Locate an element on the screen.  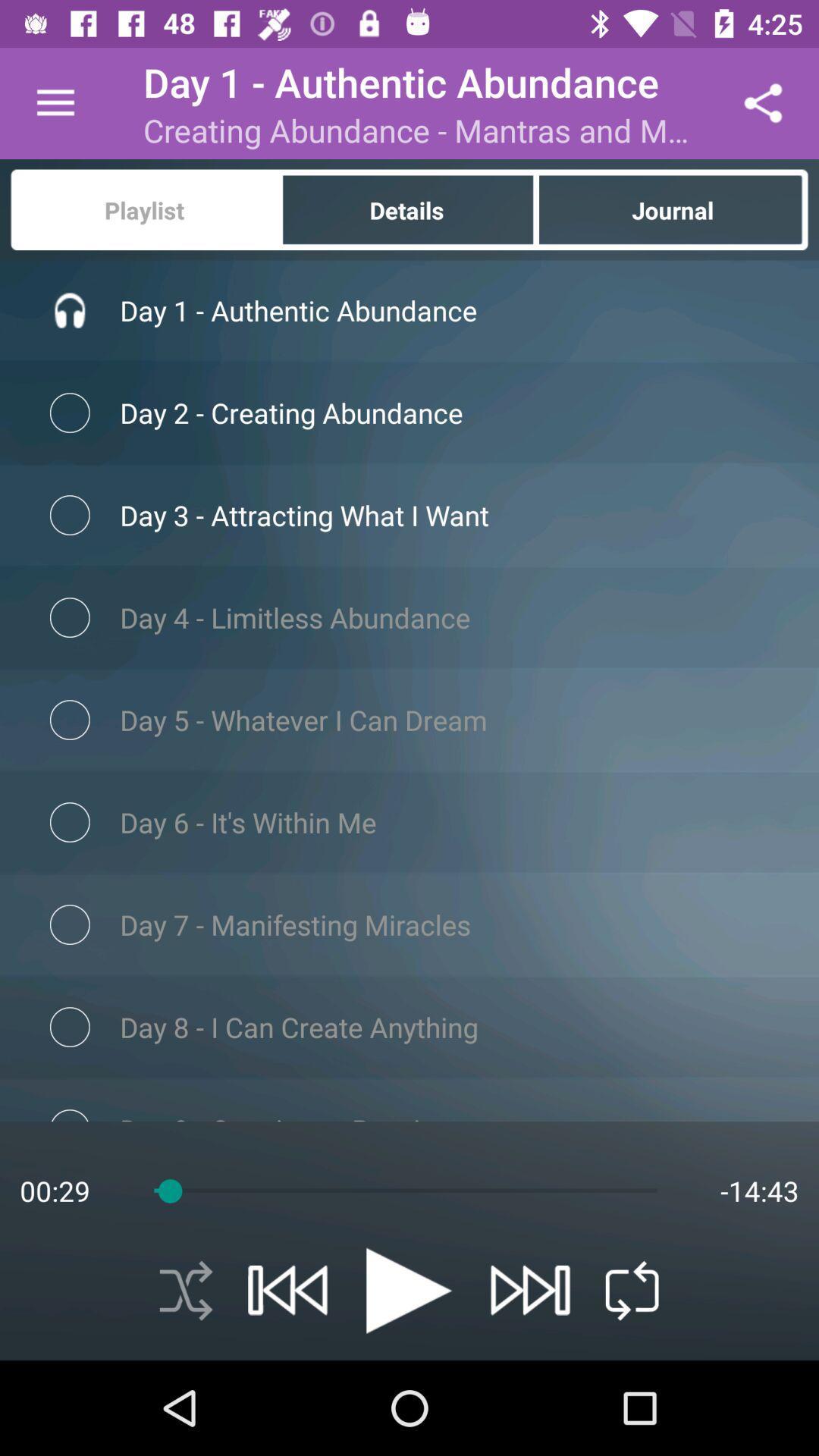
the item above journal item is located at coordinates (763, 102).